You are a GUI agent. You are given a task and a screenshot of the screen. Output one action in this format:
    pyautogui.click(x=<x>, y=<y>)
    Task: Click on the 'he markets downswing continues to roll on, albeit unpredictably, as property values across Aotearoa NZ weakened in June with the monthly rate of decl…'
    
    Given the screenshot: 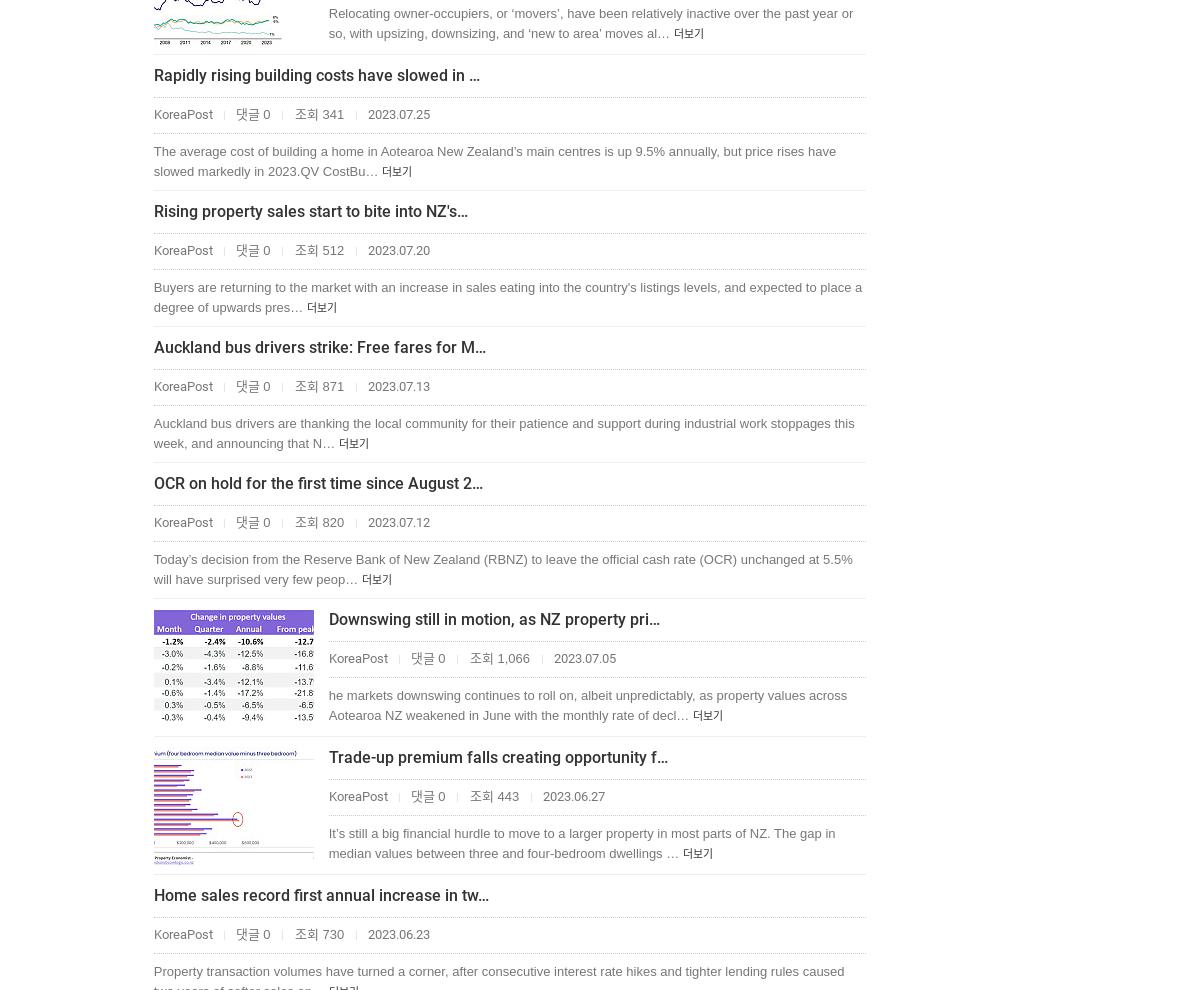 What is the action you would take?
    pyautogui.click(x=586, y=704)
    